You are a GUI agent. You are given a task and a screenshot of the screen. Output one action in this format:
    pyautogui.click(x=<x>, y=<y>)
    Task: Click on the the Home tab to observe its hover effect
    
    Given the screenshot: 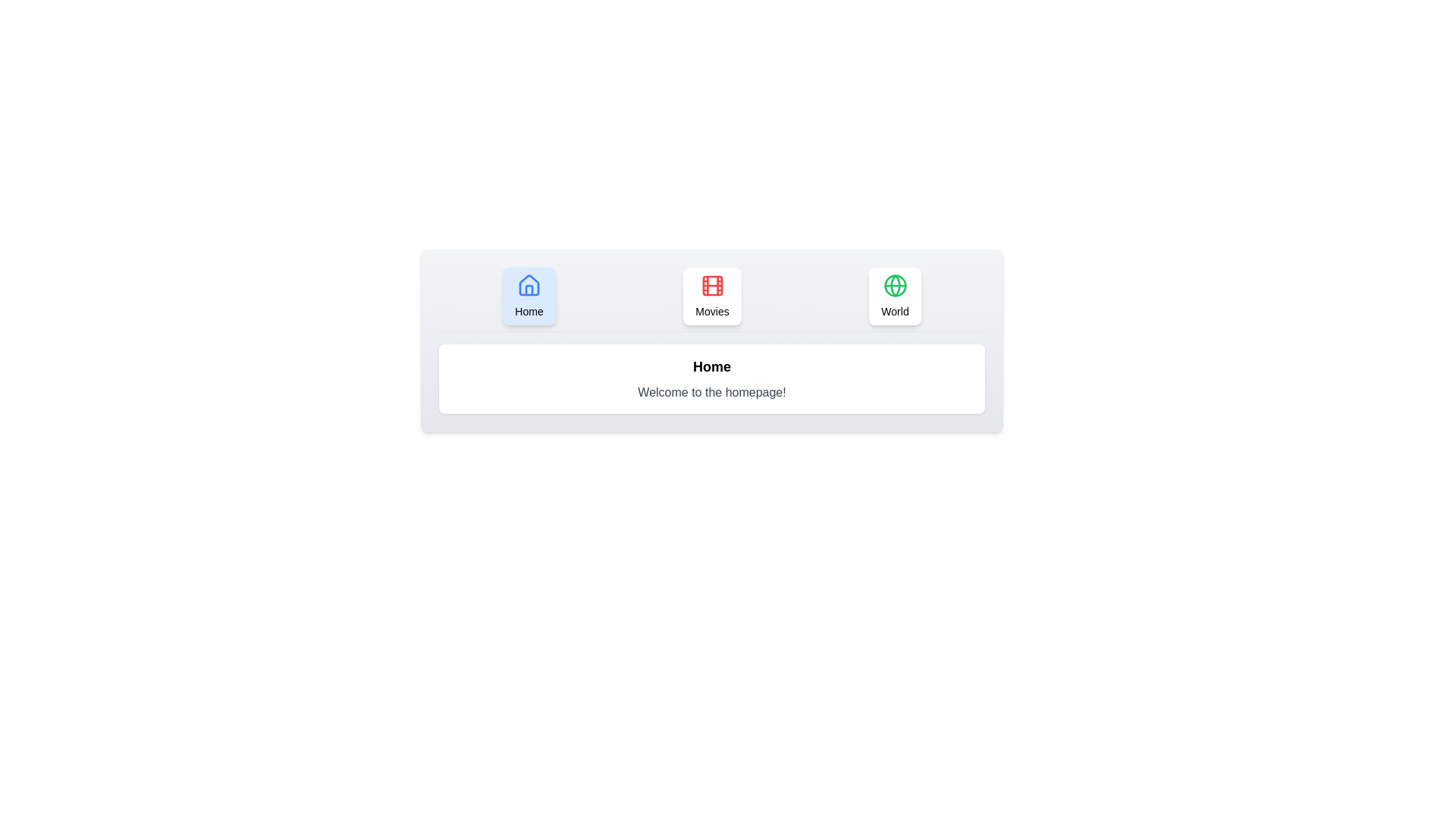 What is the action you would take?
    pyautogui.click(x=529, y=296)
    